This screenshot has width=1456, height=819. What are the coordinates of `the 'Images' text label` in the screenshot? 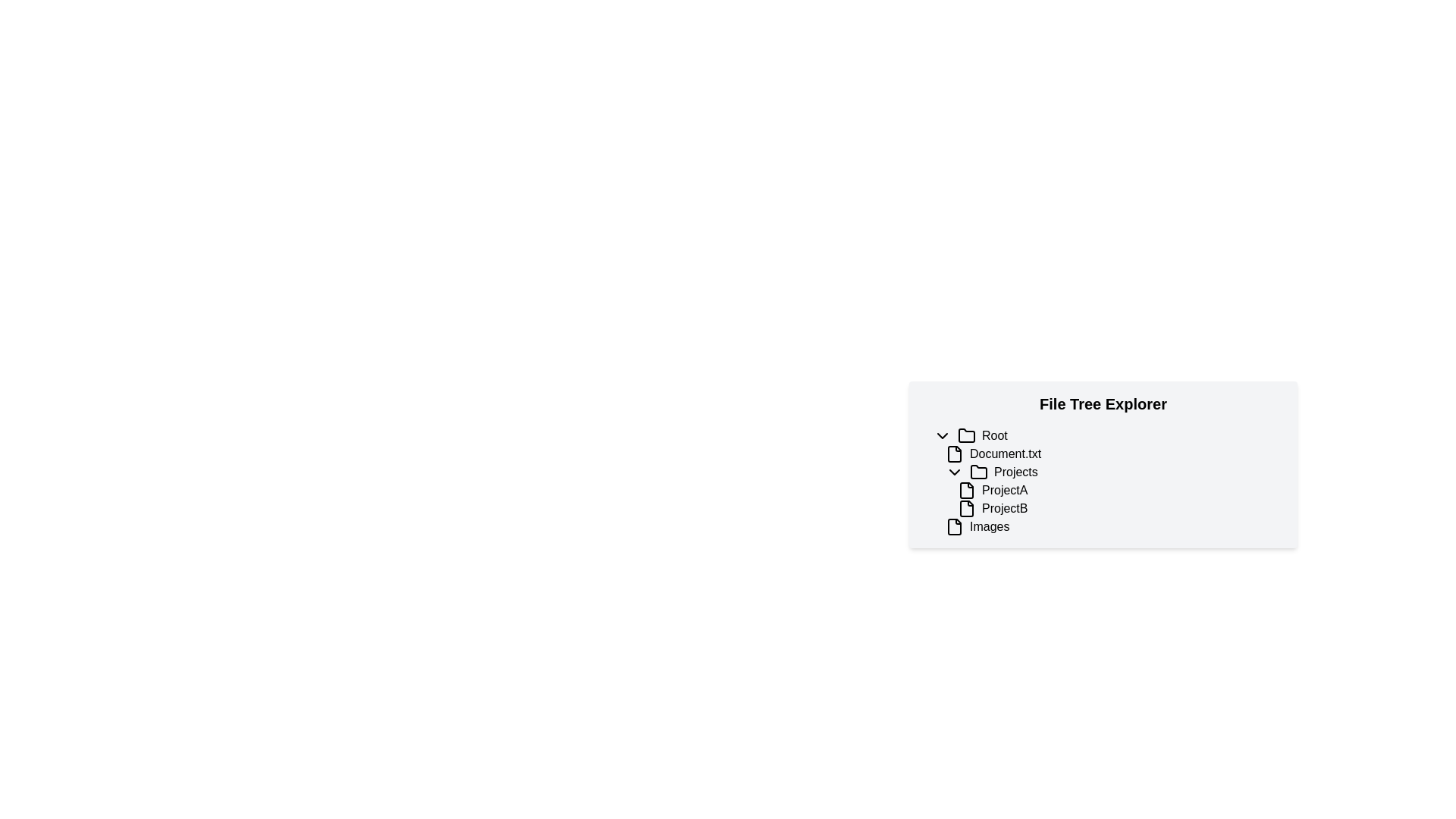 It's located at (990, 526).